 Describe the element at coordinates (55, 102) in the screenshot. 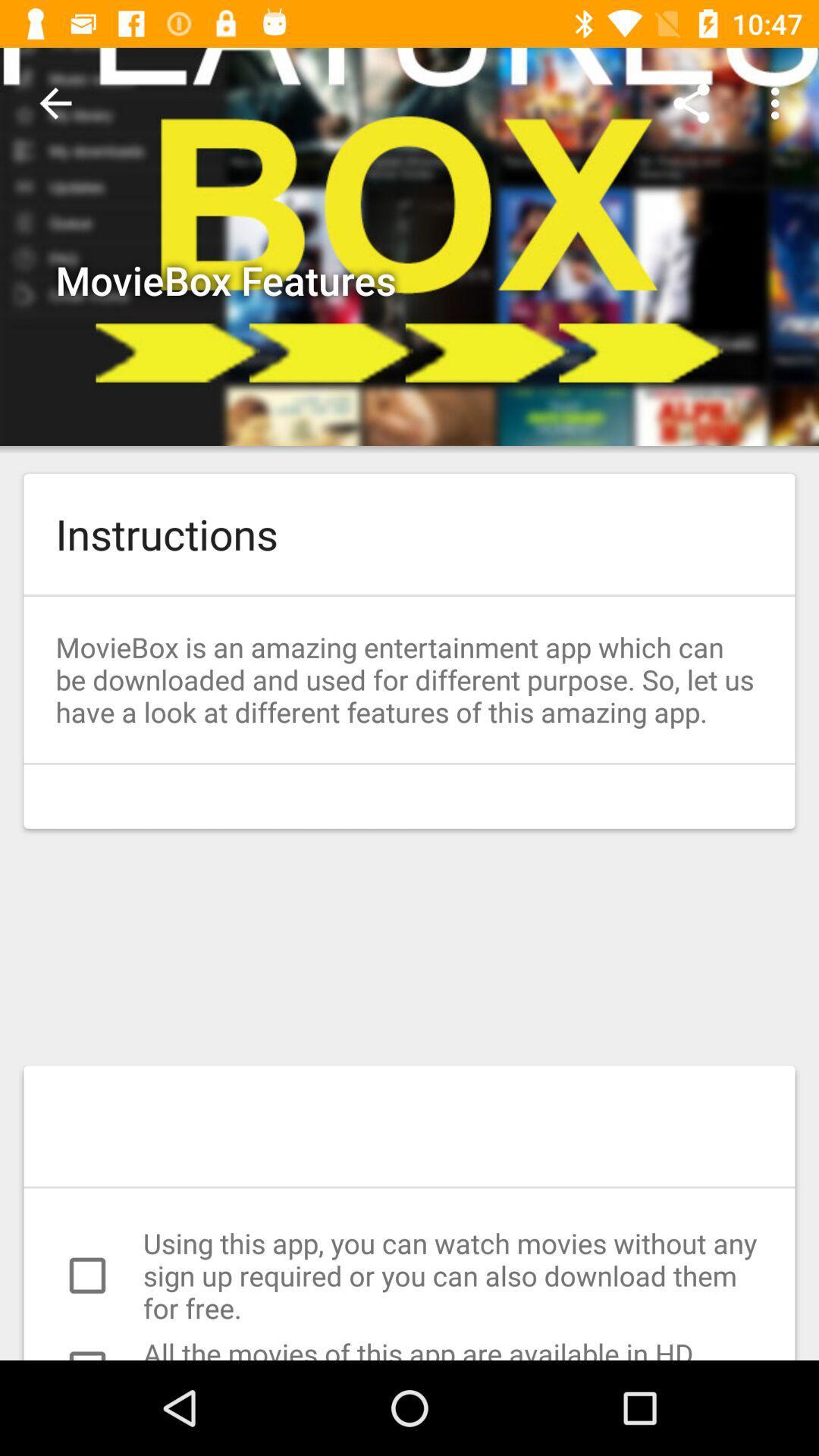

I see `the item above moviebox features` at that location.